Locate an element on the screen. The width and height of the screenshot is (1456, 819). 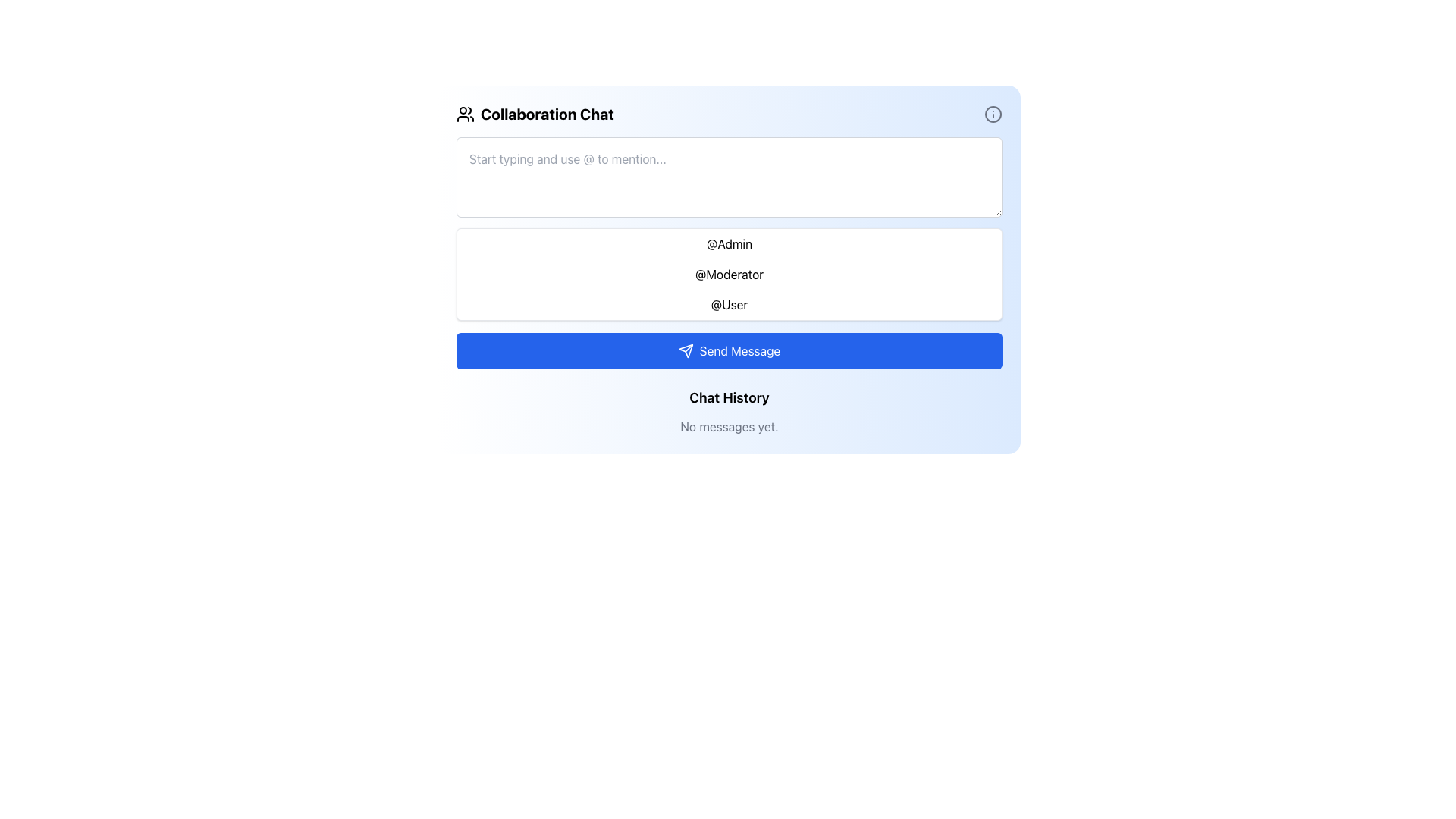
the SVG Icon representing the action of sending a message, located inside the blue 'Send Message' button at the bottom center of the interface is located at coordinates (685, 350).